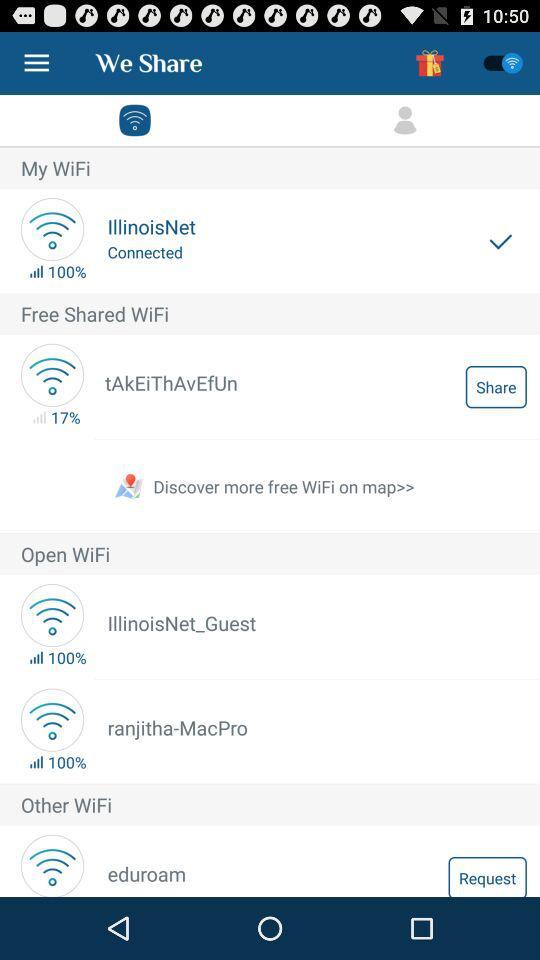 The width and height of the screenshot is (540, 960). Describe the element at coordinates (499, 240) in the screenshot. I see `the item next to the illinoisnet icon` at that location.